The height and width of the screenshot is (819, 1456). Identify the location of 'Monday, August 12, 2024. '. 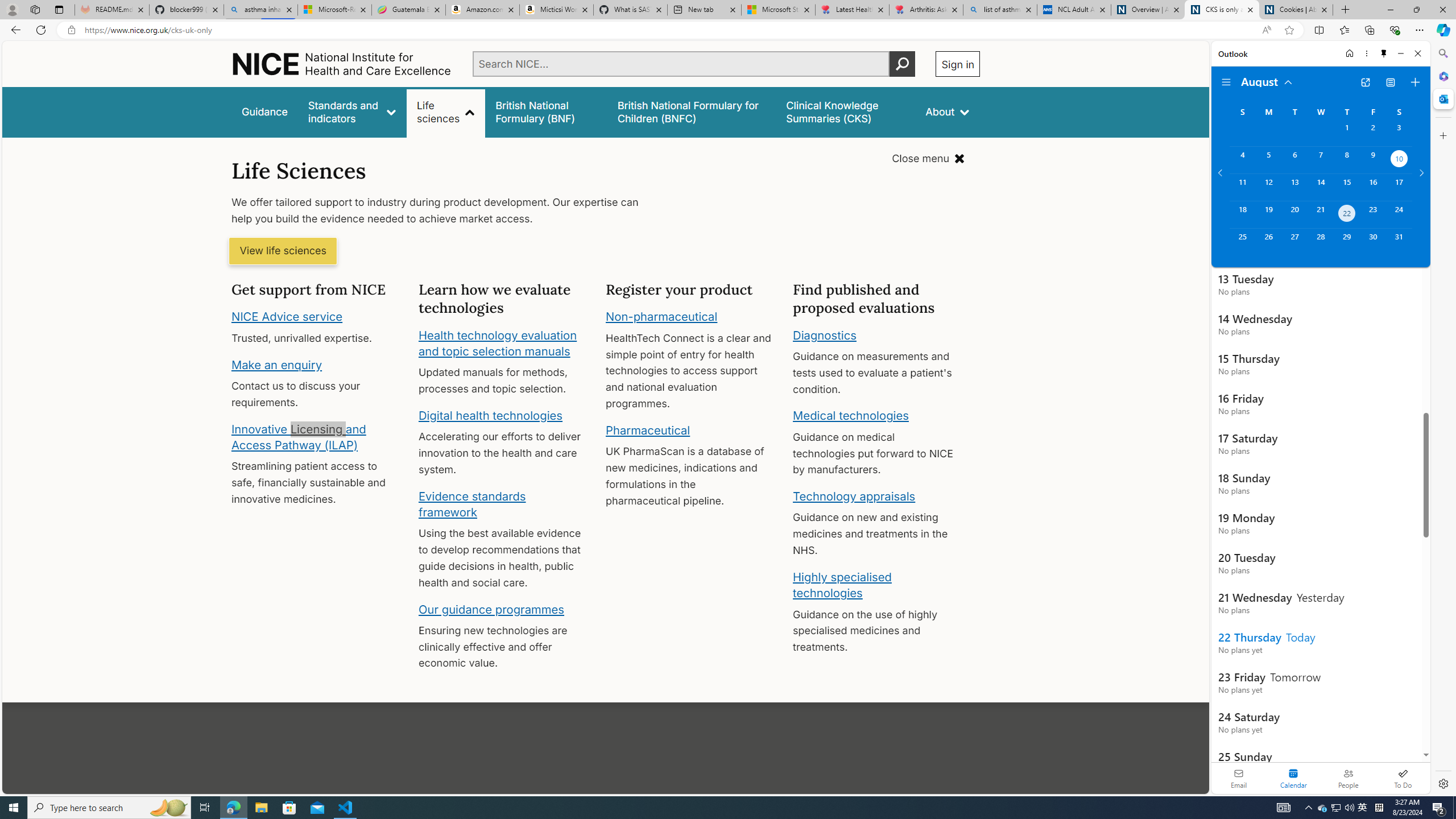
(1268, 187).